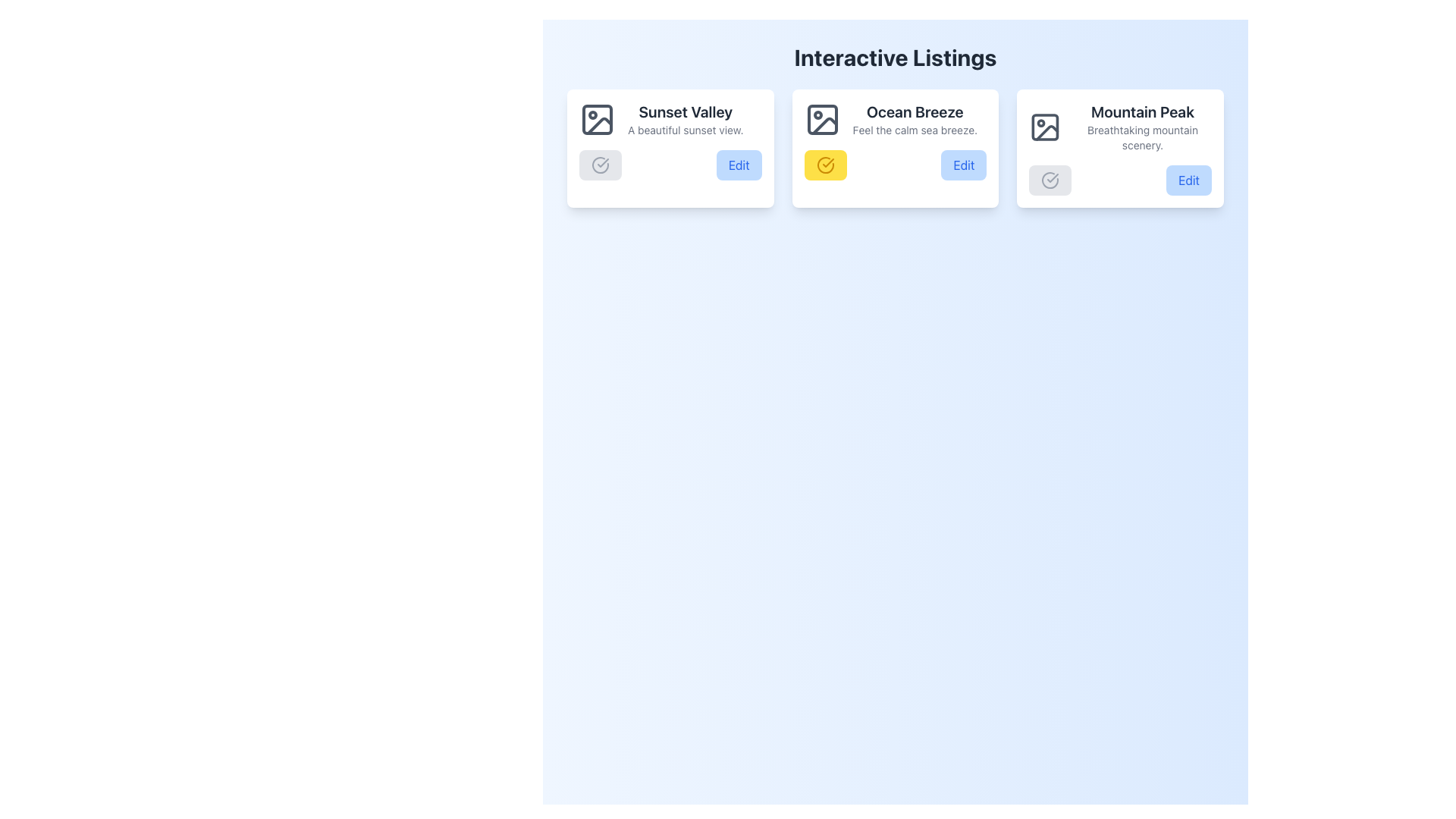  What do you see at coordinates (1143, 111) in the screenshot?
I see `the text label displaying 'Mountain Peak', which is in a bold, serif-like font and located in the top-right corner of the card` at bounding box center [1143, 111].